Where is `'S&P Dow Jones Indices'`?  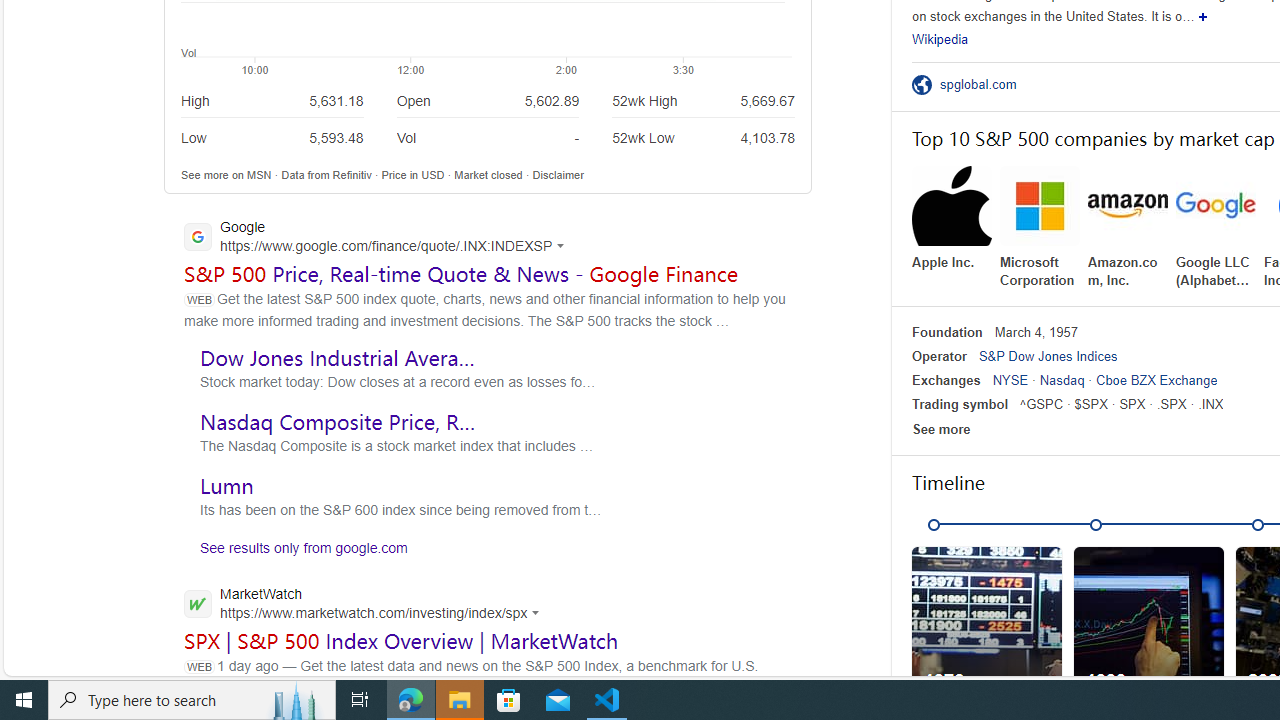 'S&P Dow Jones Indices' is located at coordinates (1046, 355).